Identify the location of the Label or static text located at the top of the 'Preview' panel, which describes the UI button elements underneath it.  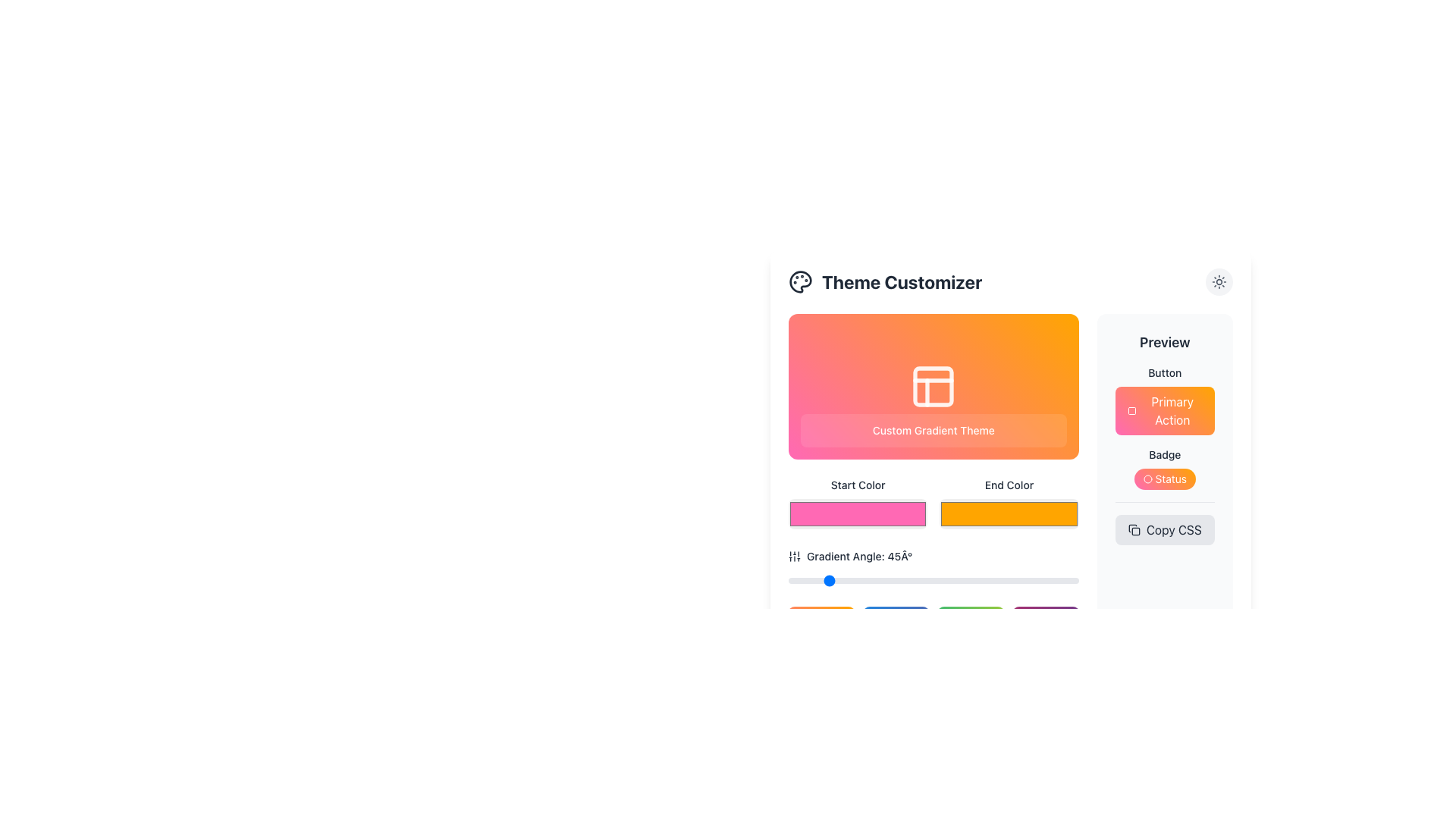
(1164, 373).